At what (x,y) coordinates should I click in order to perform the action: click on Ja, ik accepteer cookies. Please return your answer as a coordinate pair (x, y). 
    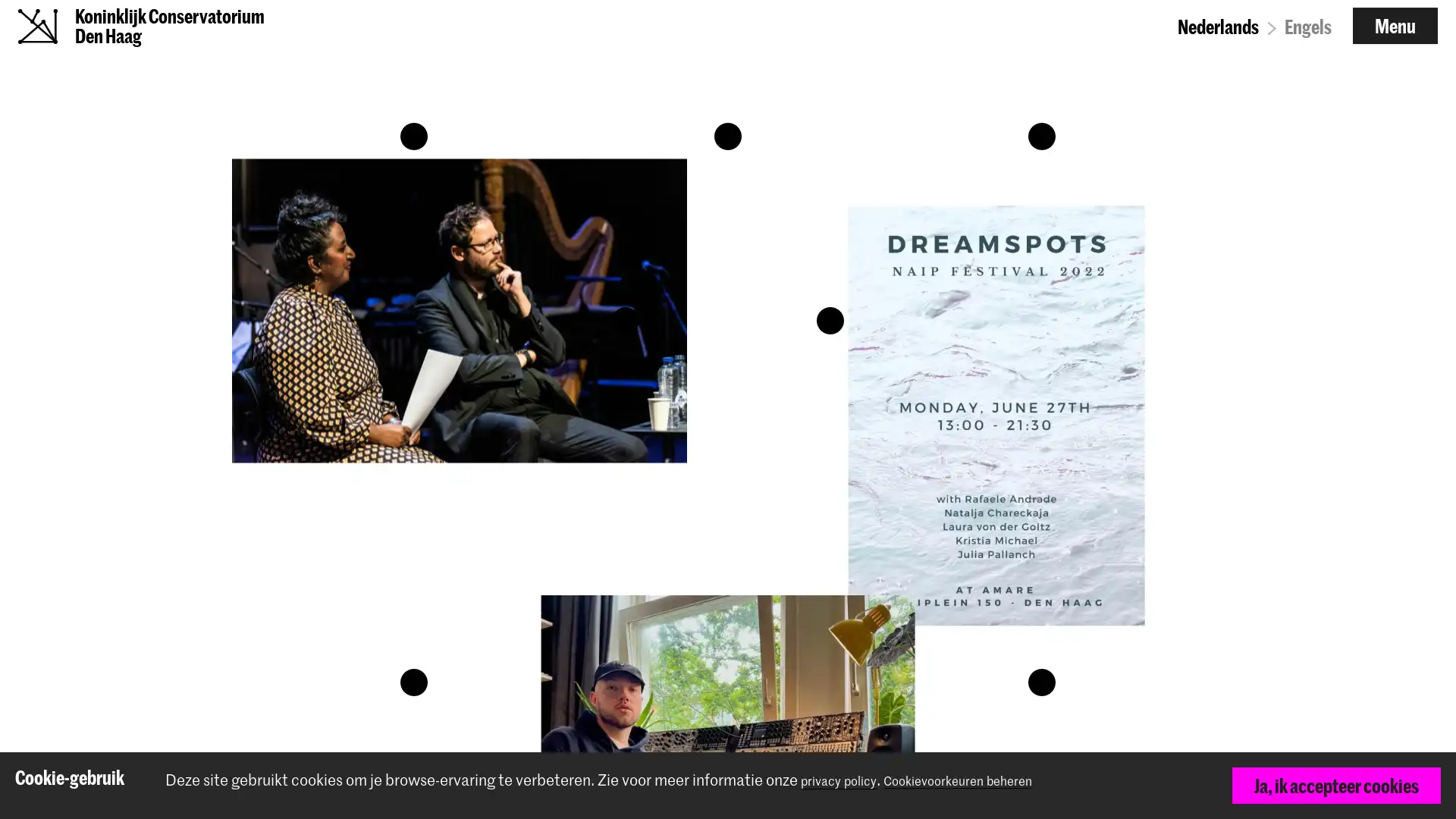
    Looking at the image, I should click on (1335, 785).